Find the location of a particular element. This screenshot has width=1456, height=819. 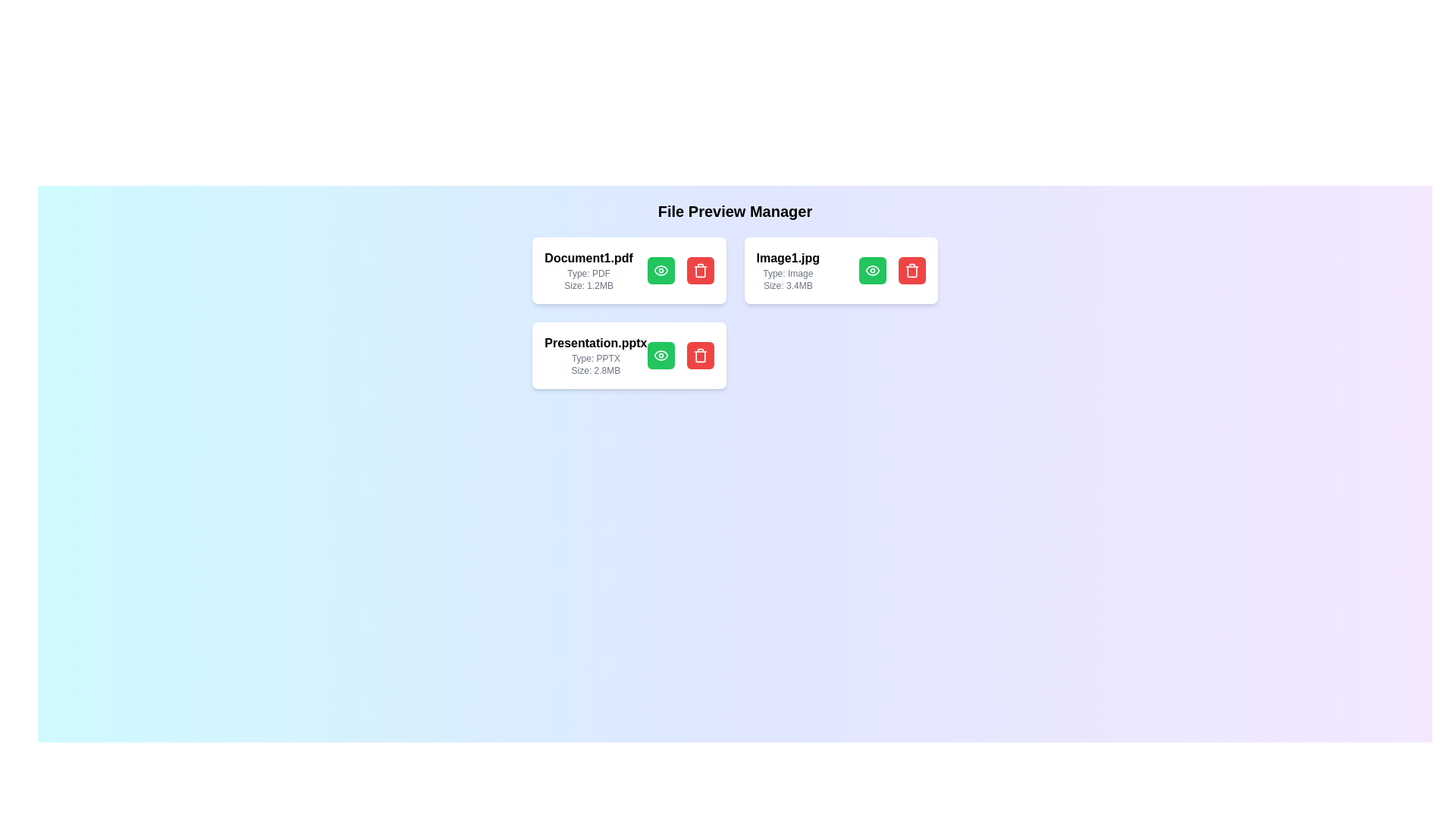

the preview action icon located inside the green button to the left of the red delete button for the file 'Image1.jpg' is located at coordinates (872, 270).